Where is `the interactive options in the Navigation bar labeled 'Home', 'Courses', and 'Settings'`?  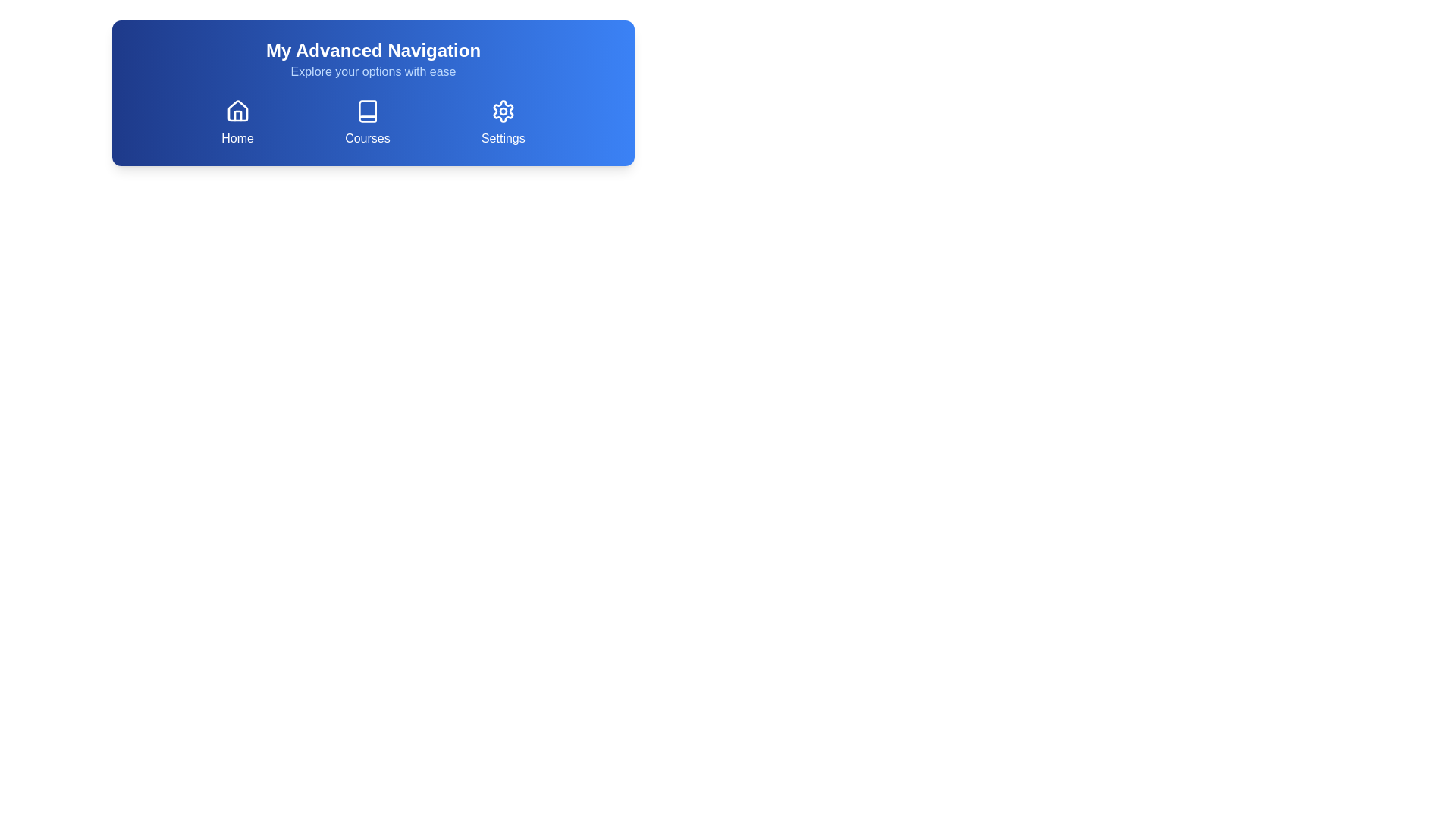 the interactive options in the Navigation bar labeled 'Home', 'Courses', and 'Settings' is located at coordinates (373, 93).